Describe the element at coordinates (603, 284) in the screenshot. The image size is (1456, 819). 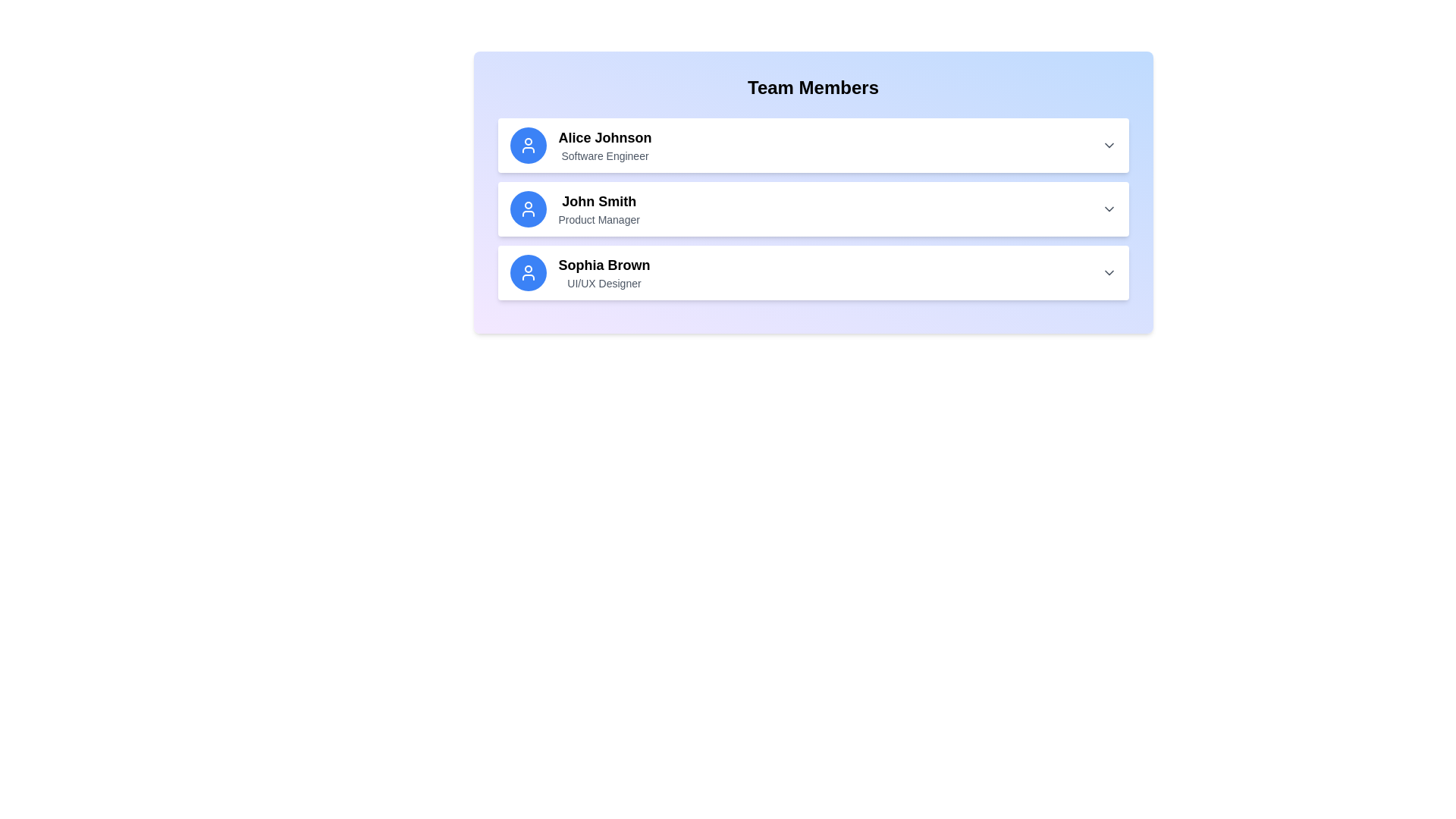
I see `the text label displaying the role 'UI/UX Designer' for the individual 'Sophia Brown', located in the third entry of the 'Team Members' list` at that location.